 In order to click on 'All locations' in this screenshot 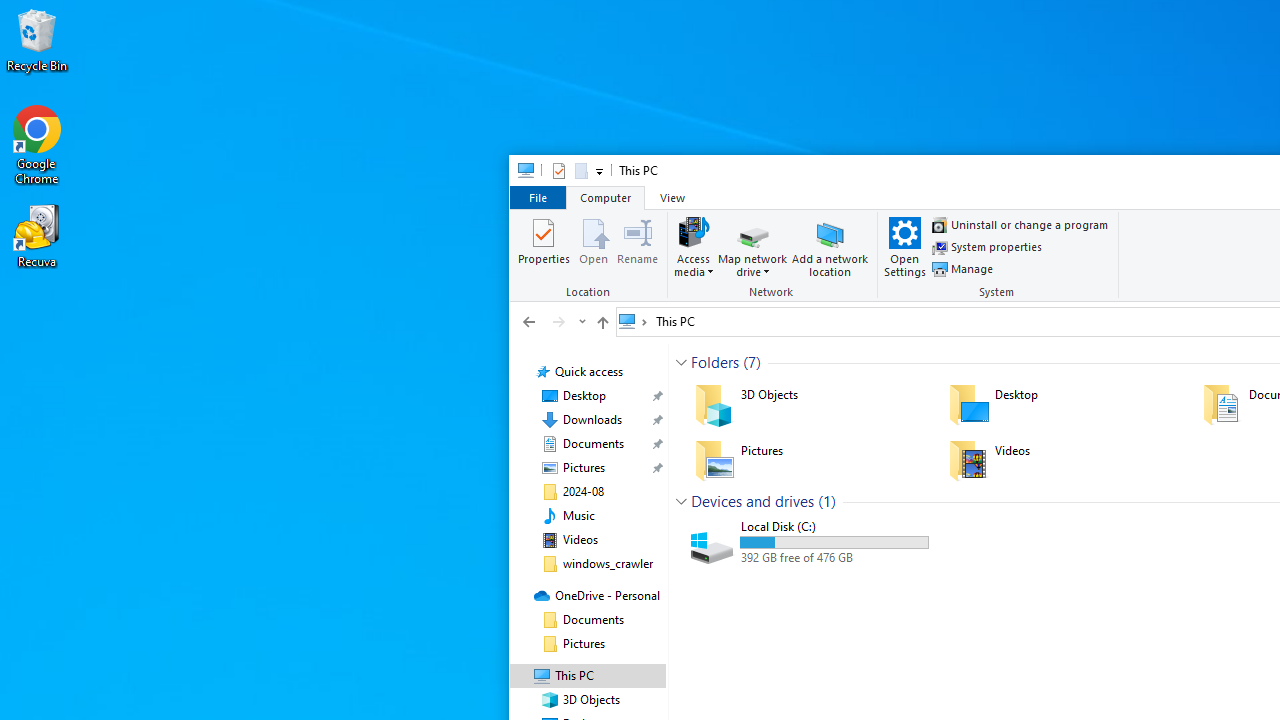, I will do `click(633, 320)`.